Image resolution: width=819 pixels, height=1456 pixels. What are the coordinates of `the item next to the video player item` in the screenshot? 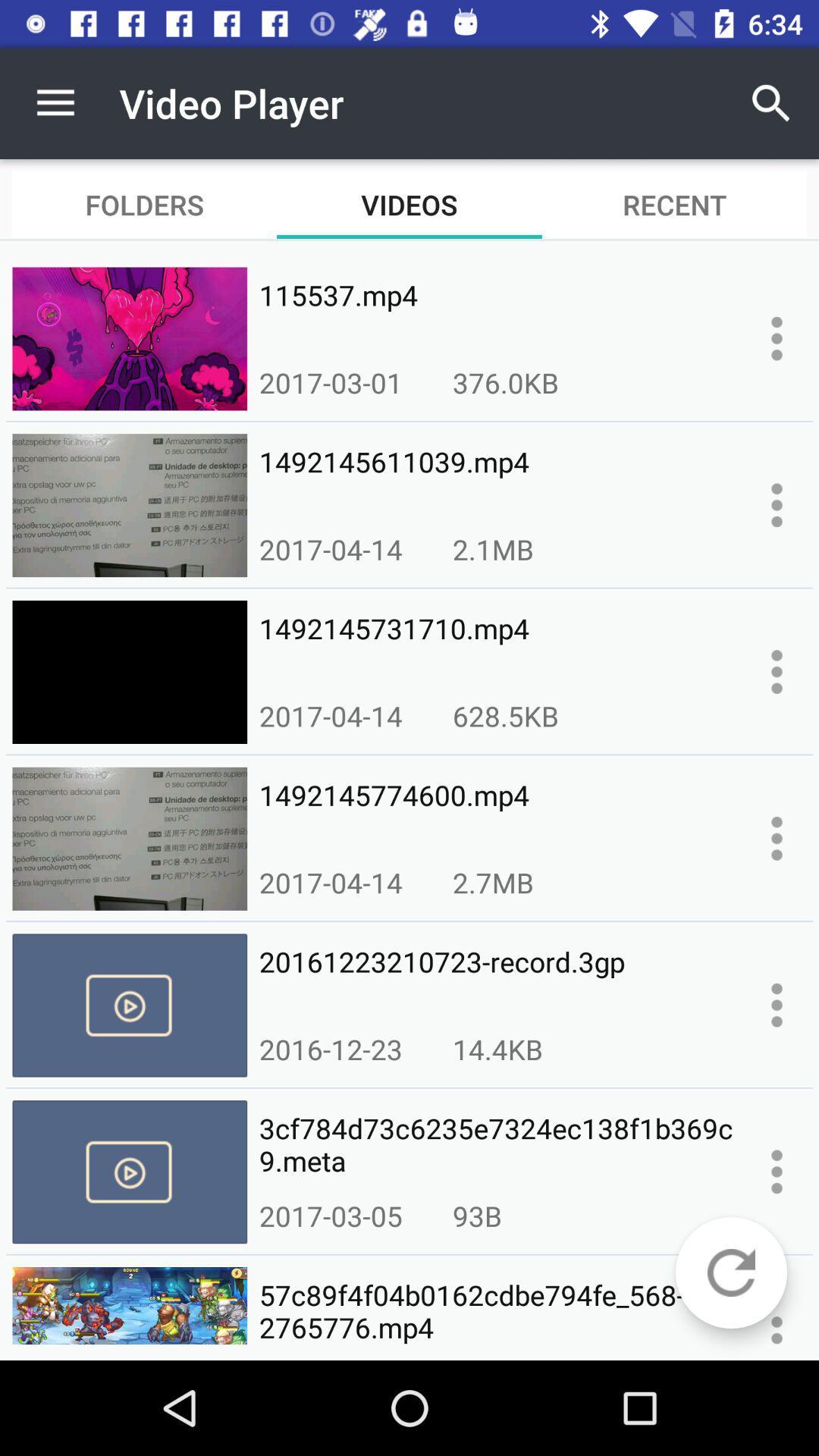 It's located at (55, 102).